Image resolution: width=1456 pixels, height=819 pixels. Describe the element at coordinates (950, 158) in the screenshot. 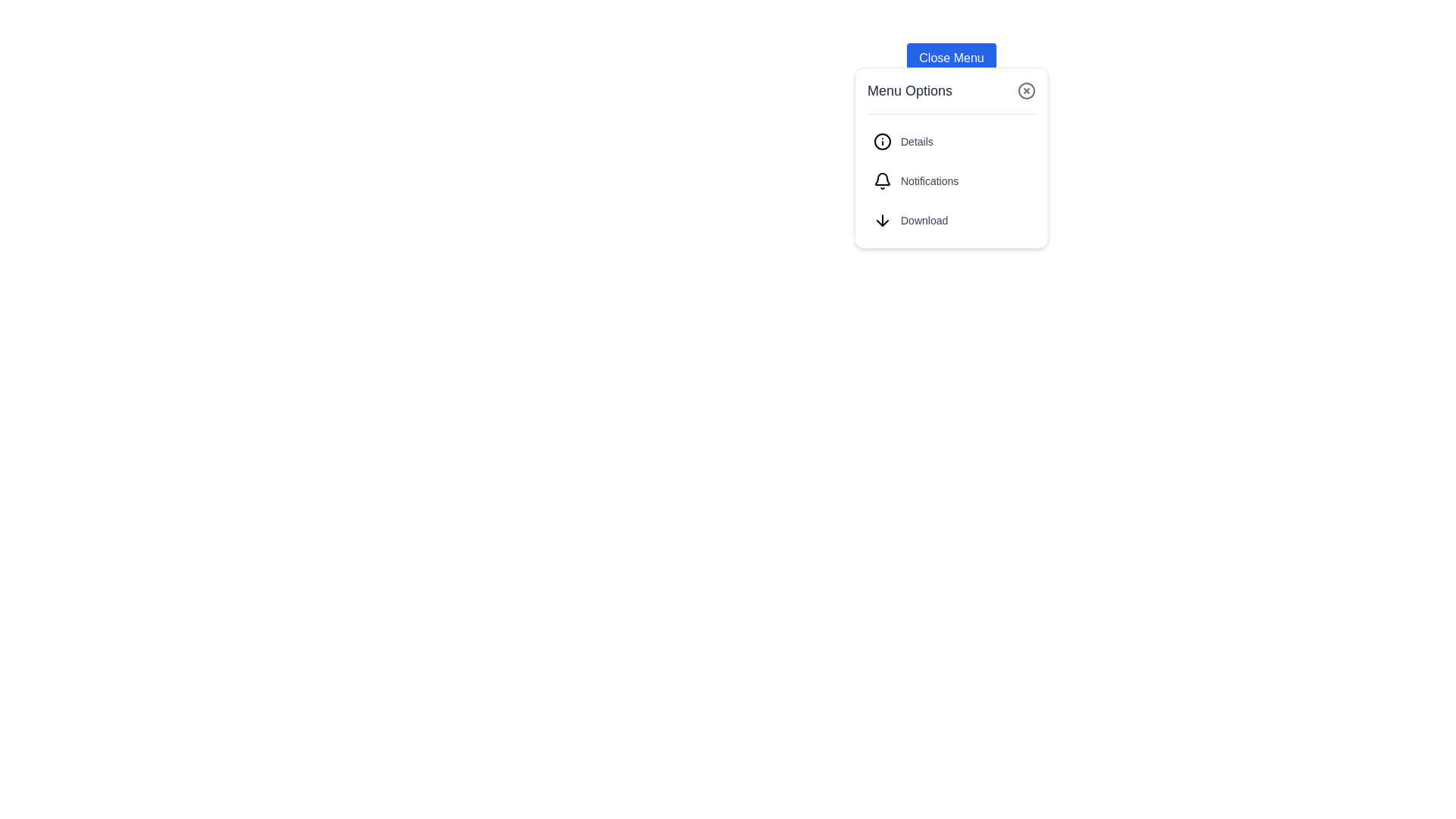

I see `an option in the 'Menu Options' pop-up menu panel` at that location.